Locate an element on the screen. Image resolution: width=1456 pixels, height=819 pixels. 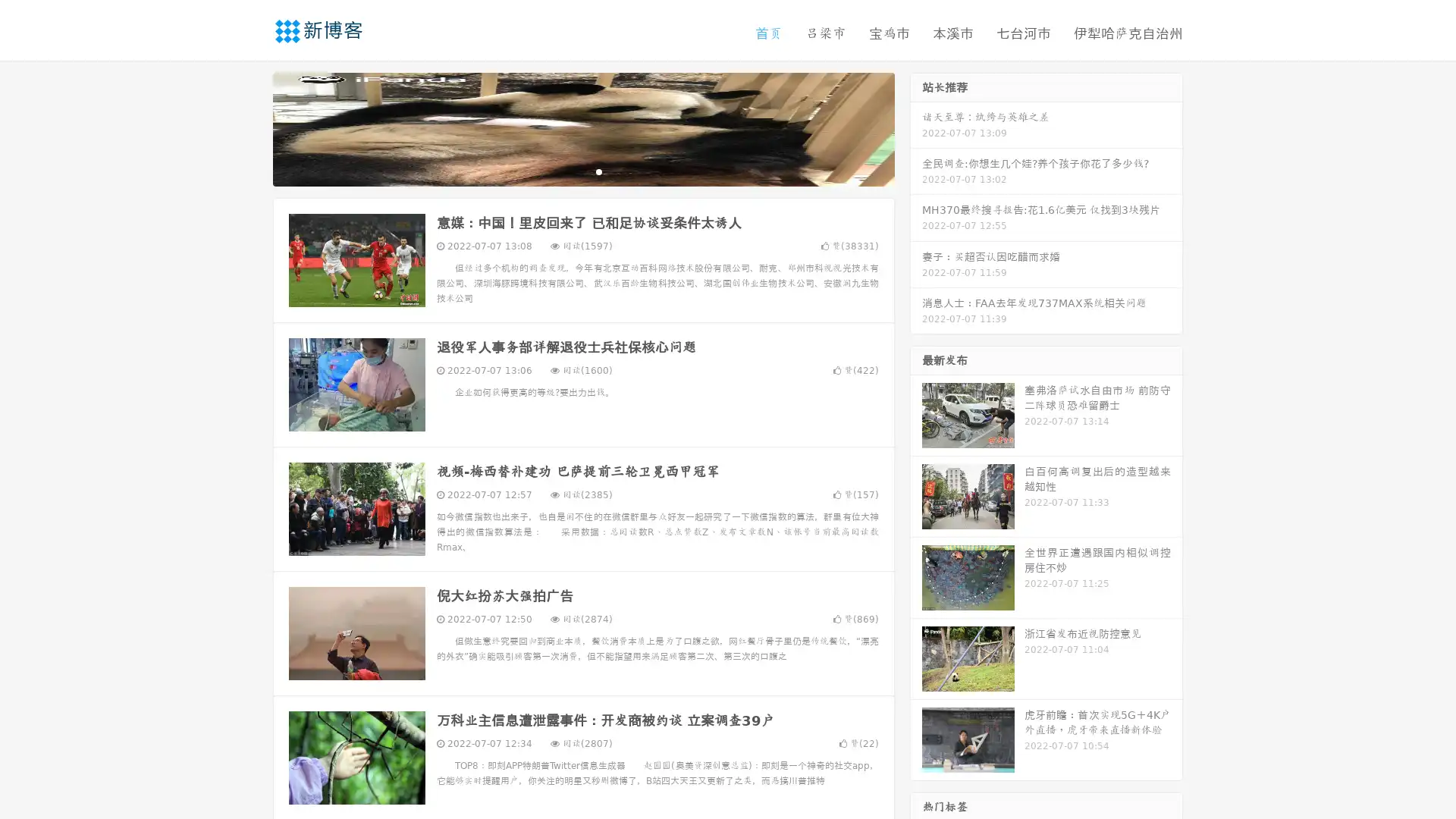
Previous slide is located at coordinates (250, 127).